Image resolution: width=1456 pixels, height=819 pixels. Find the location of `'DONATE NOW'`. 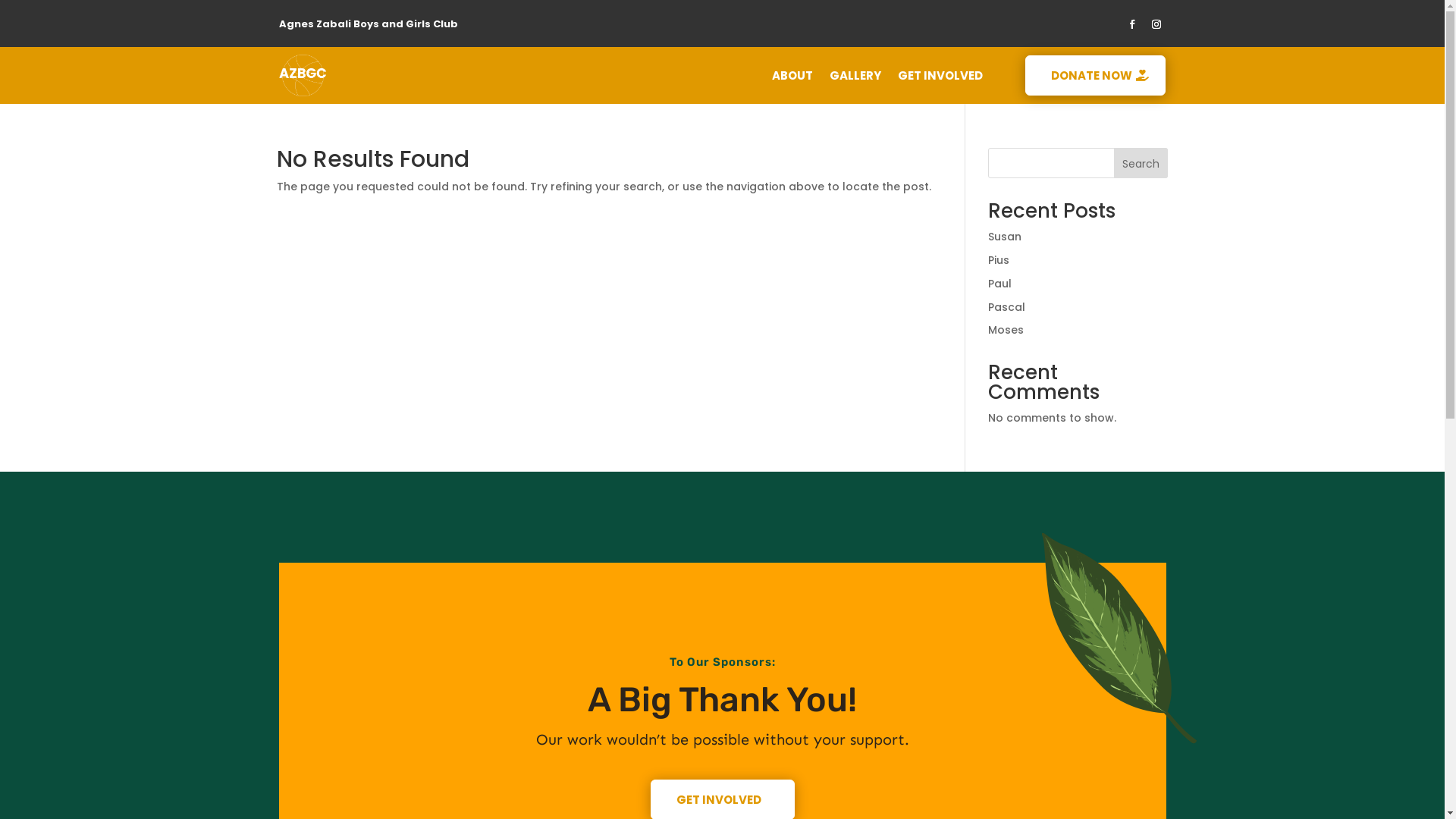

'DONATE NOW' is located at coordinates (1095, 76).